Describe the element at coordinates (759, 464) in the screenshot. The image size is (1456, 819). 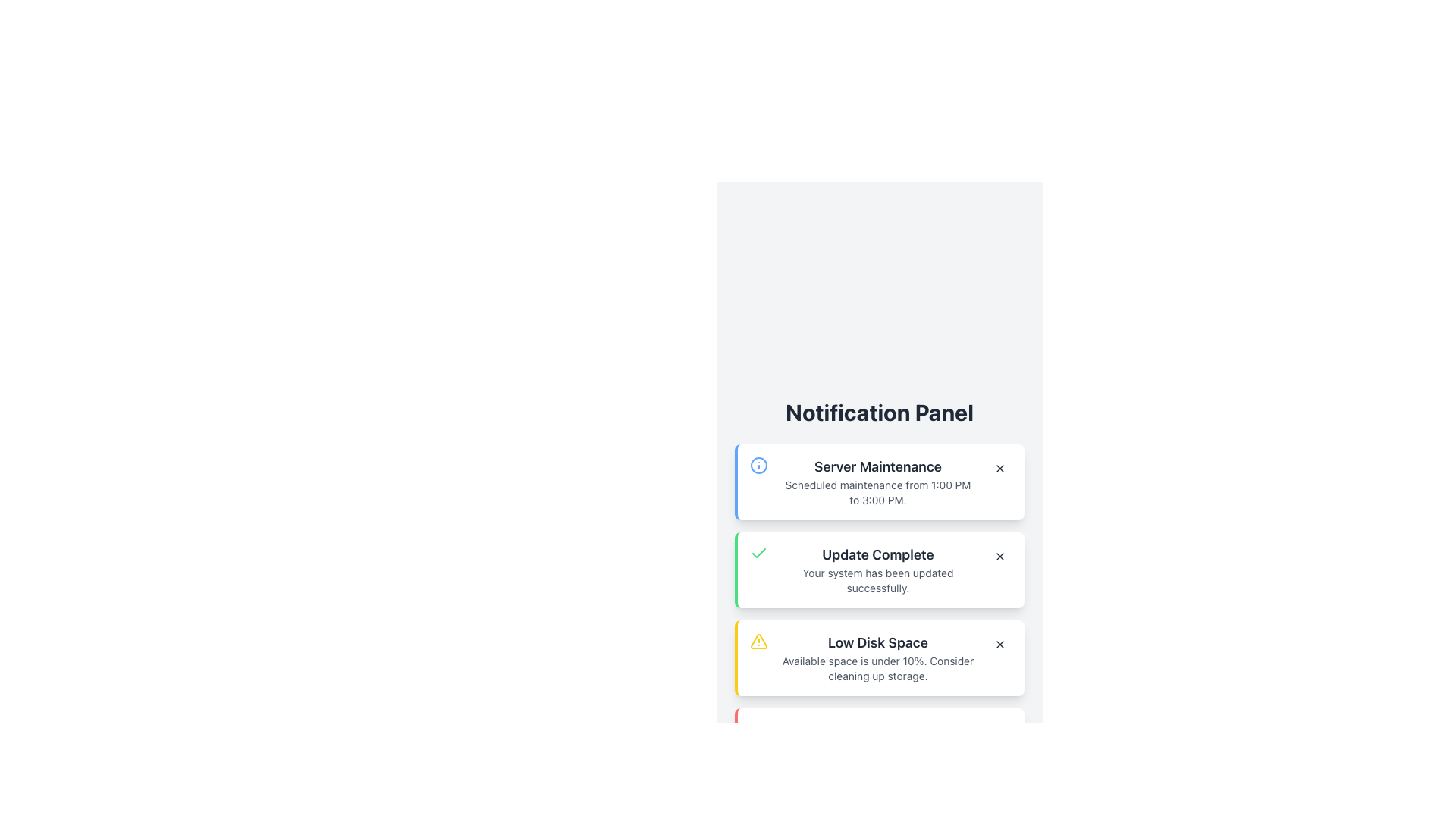
I see `the circular icon element with a blue outline located at the top-left corner of the 'Server Maintenance' card in the notification panel` at that location.